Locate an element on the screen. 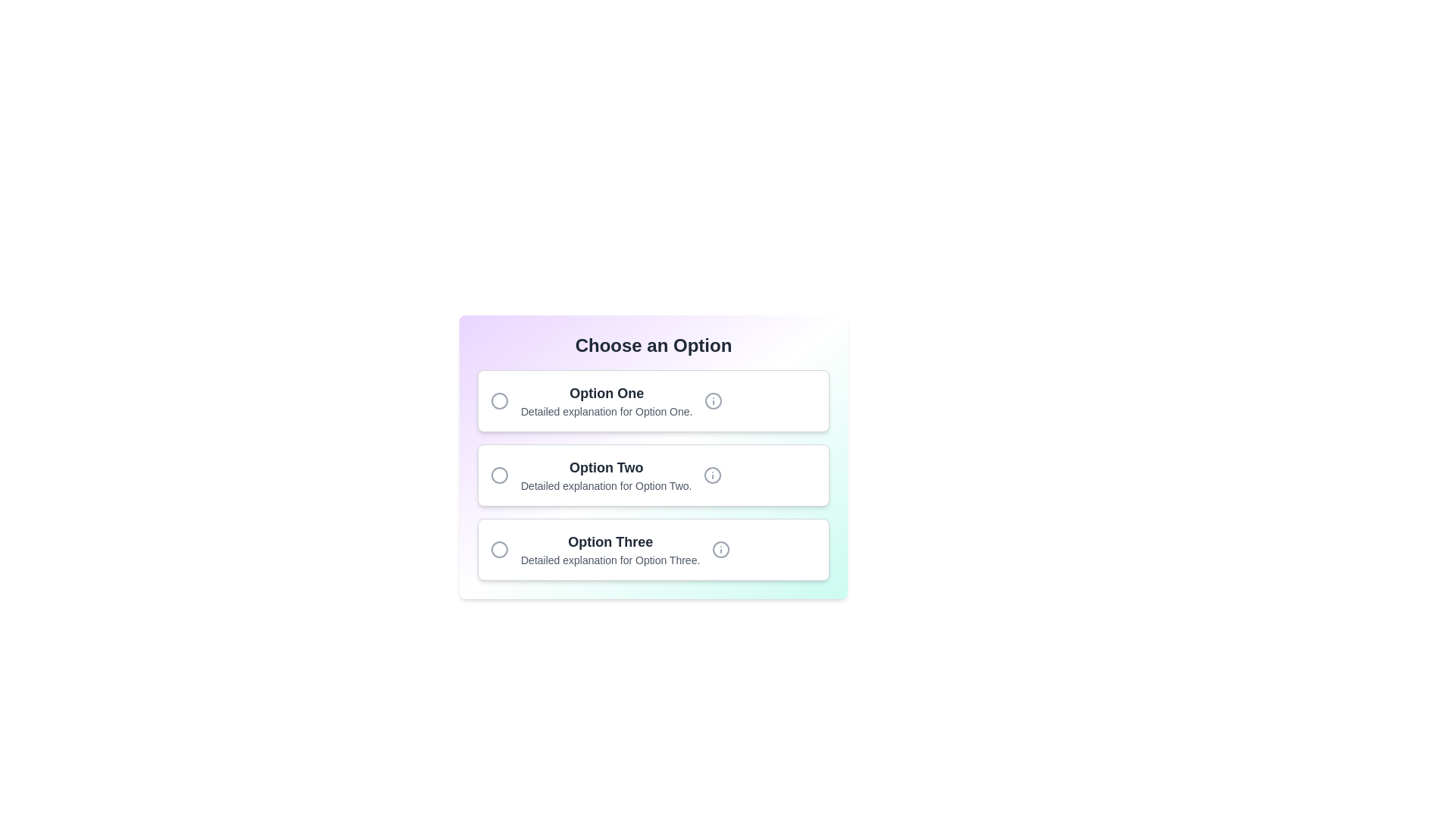 This screenshot has width=1456, height=819. the circular radio button for selecting 'Option Three' located to the left of the option text is located at coordinates (499, 550).